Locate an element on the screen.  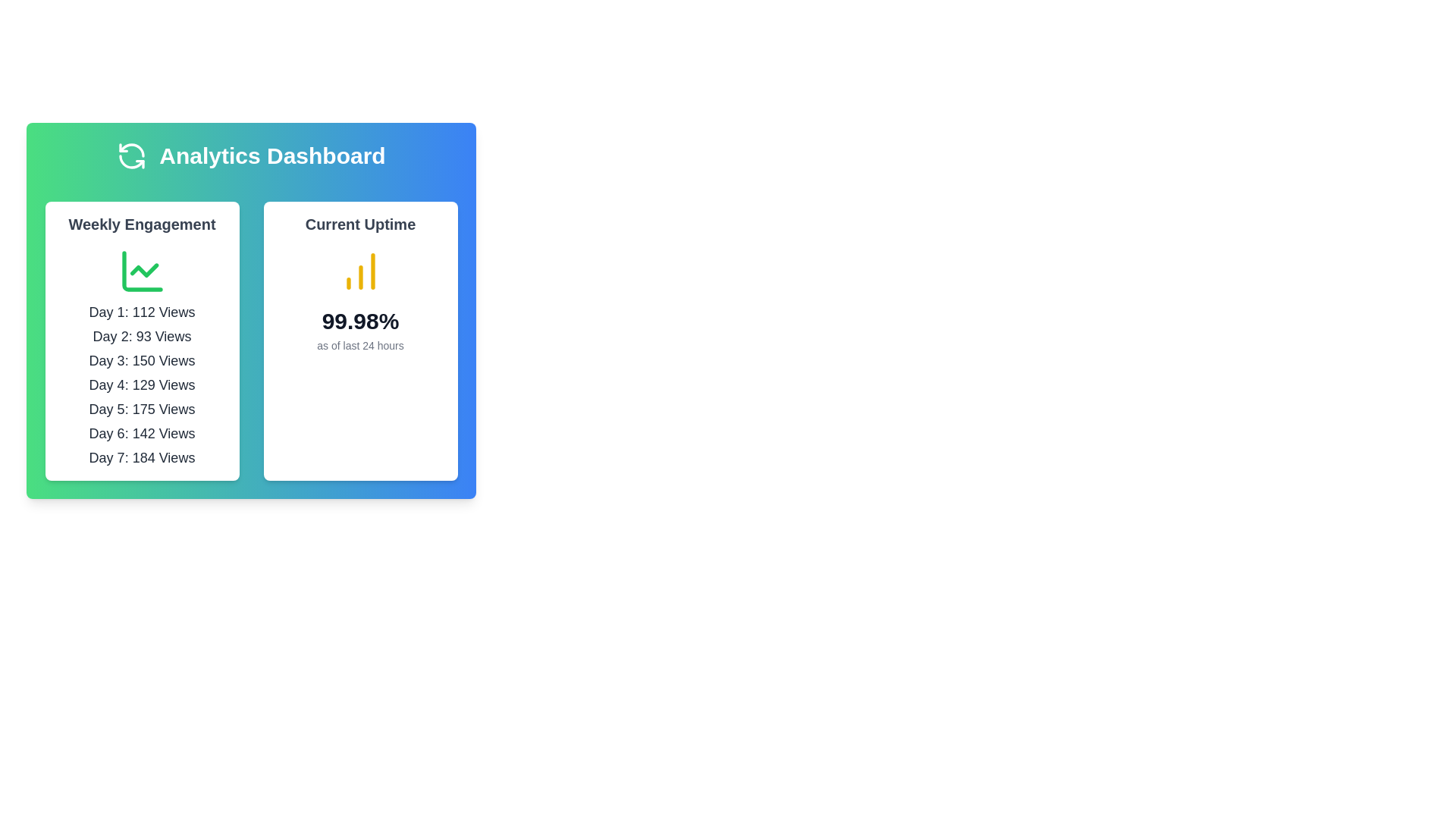
the text label displaying 'Day 1: 112 Views', which is the first item in the 'Weekly Engagement' list is located at coordinates (142, 312).